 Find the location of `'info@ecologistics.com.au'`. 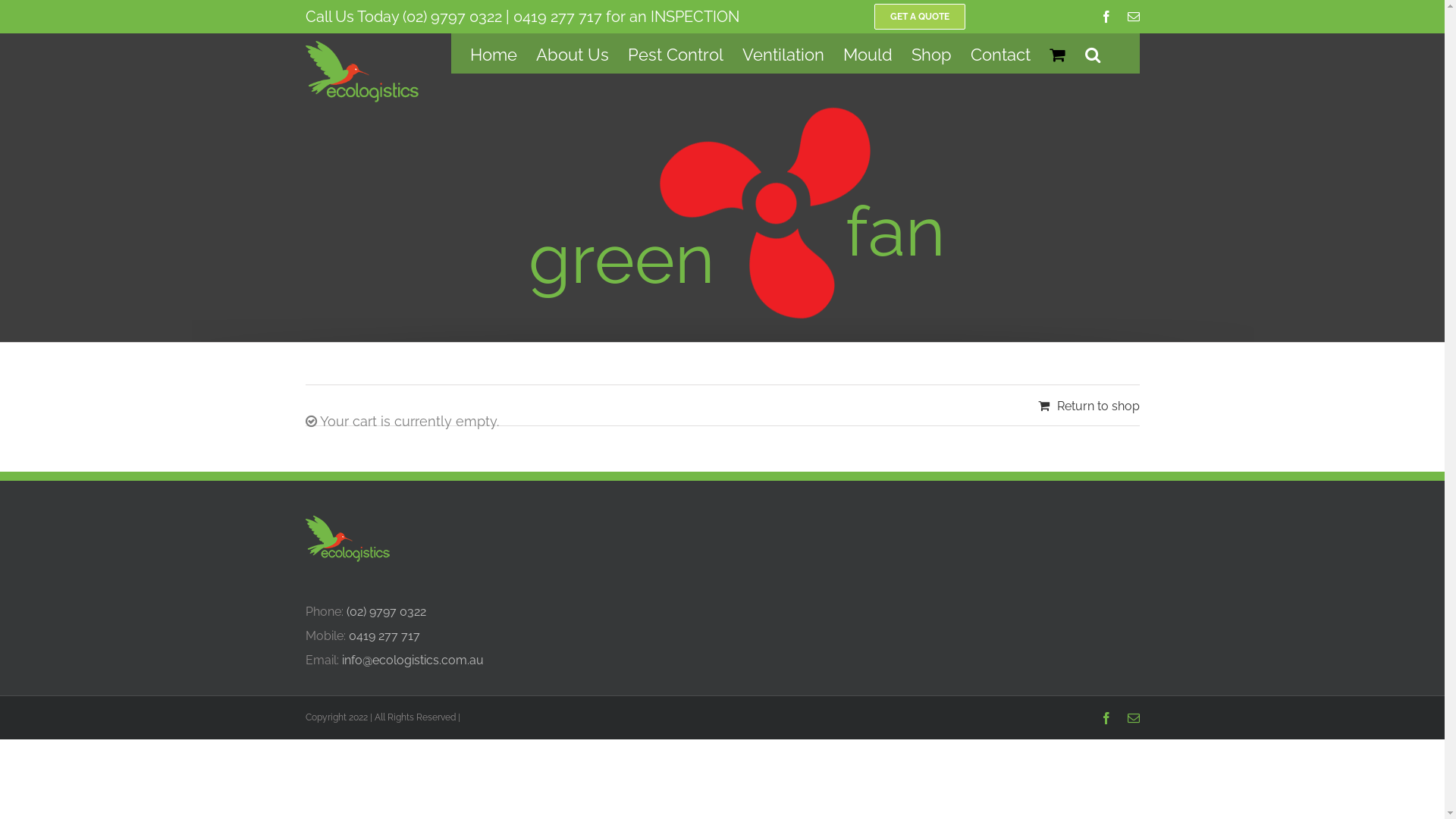

'info@ecologistics.com.au' is located at coordinates (412, 659).